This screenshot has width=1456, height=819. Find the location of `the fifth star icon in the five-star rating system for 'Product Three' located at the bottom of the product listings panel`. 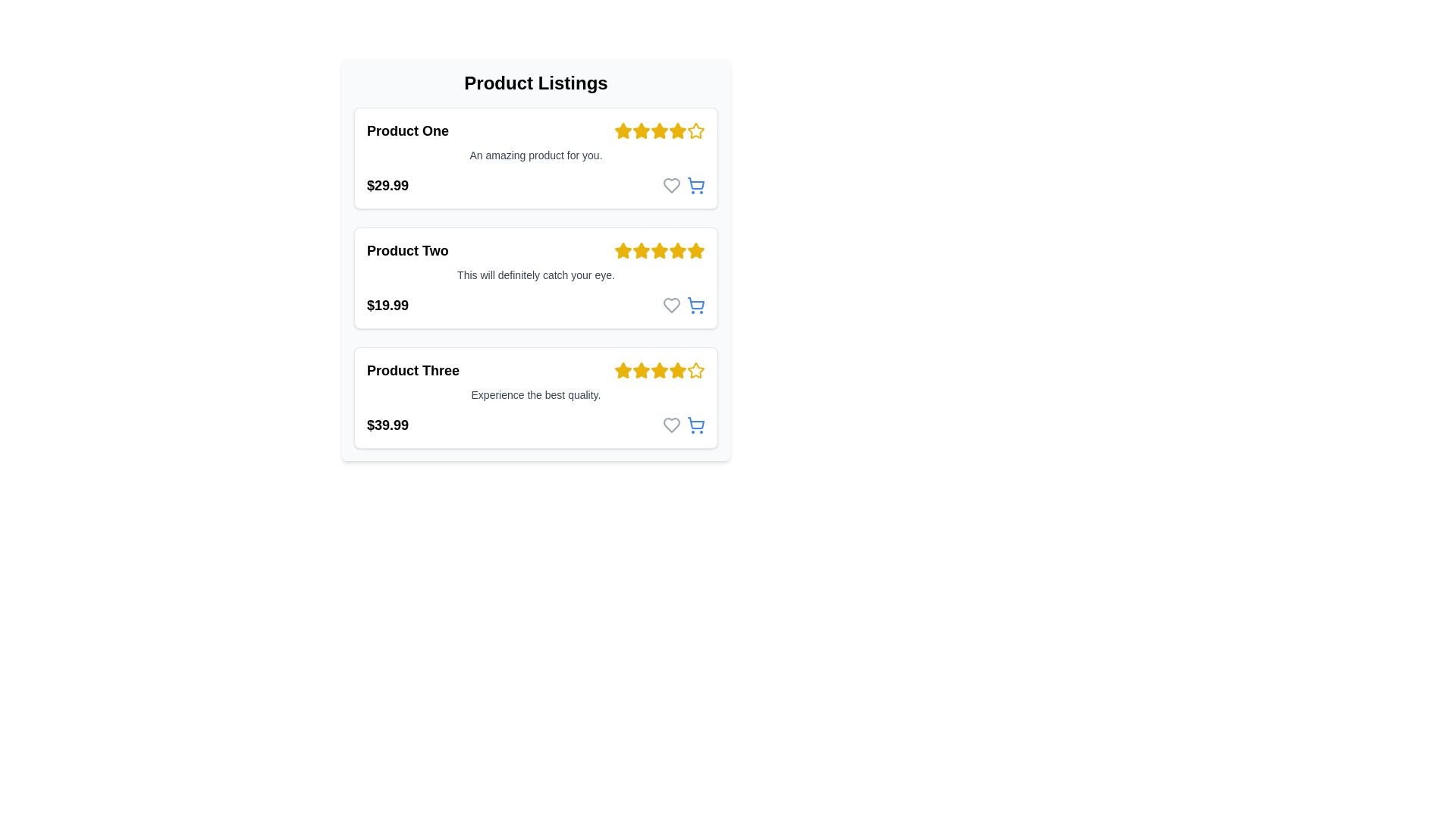

the fifth star icon in the five-star rating system for 'Product Three' located at the bottom of the product listings panel is located at coordinates (695, 370).